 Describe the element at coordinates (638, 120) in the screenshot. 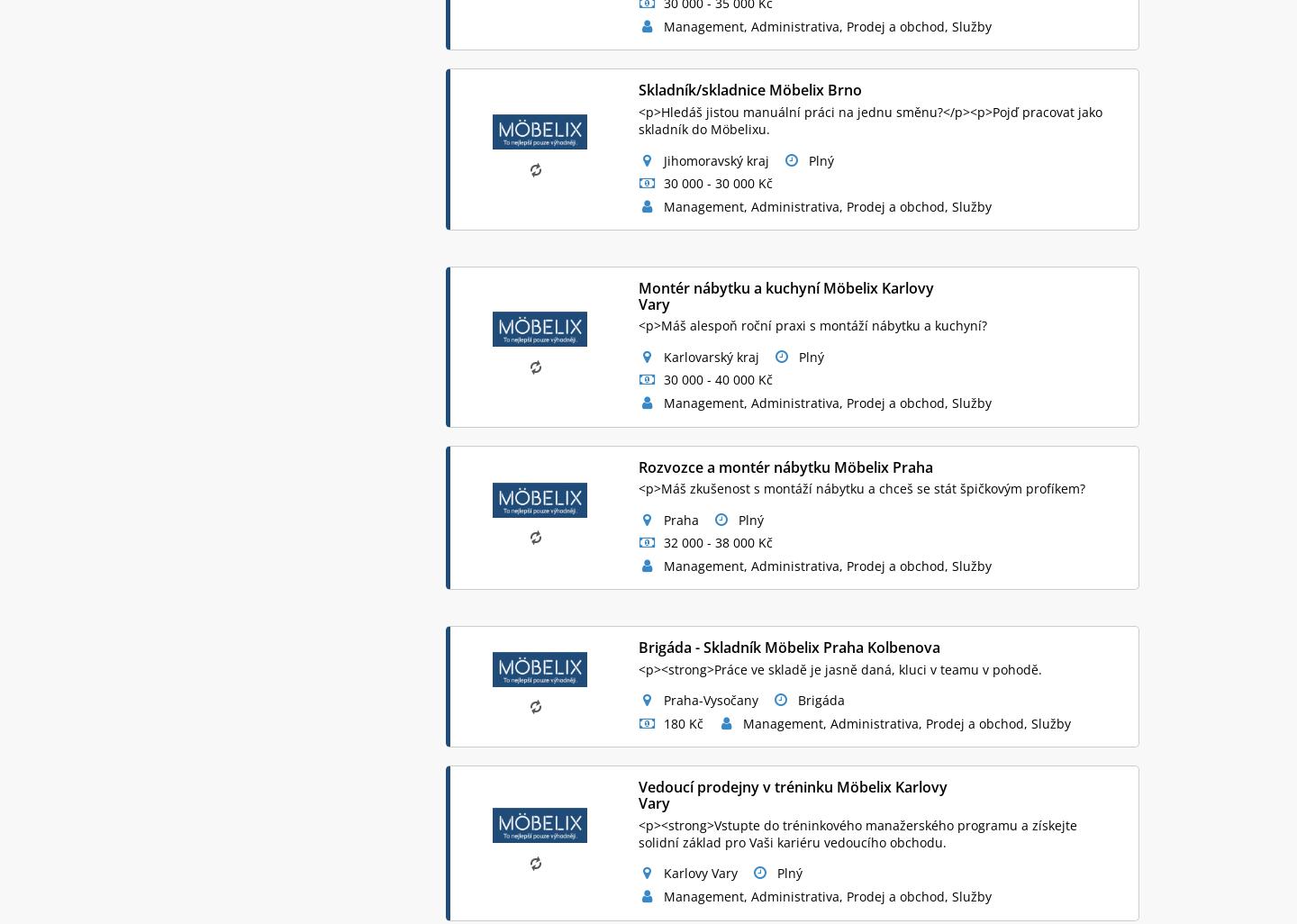

I see `'<p>Hledáš jistou manuální práci na jednu směnu?</p><p>Pojď pracovat jako skladník do Möbelixu.'` at that location.